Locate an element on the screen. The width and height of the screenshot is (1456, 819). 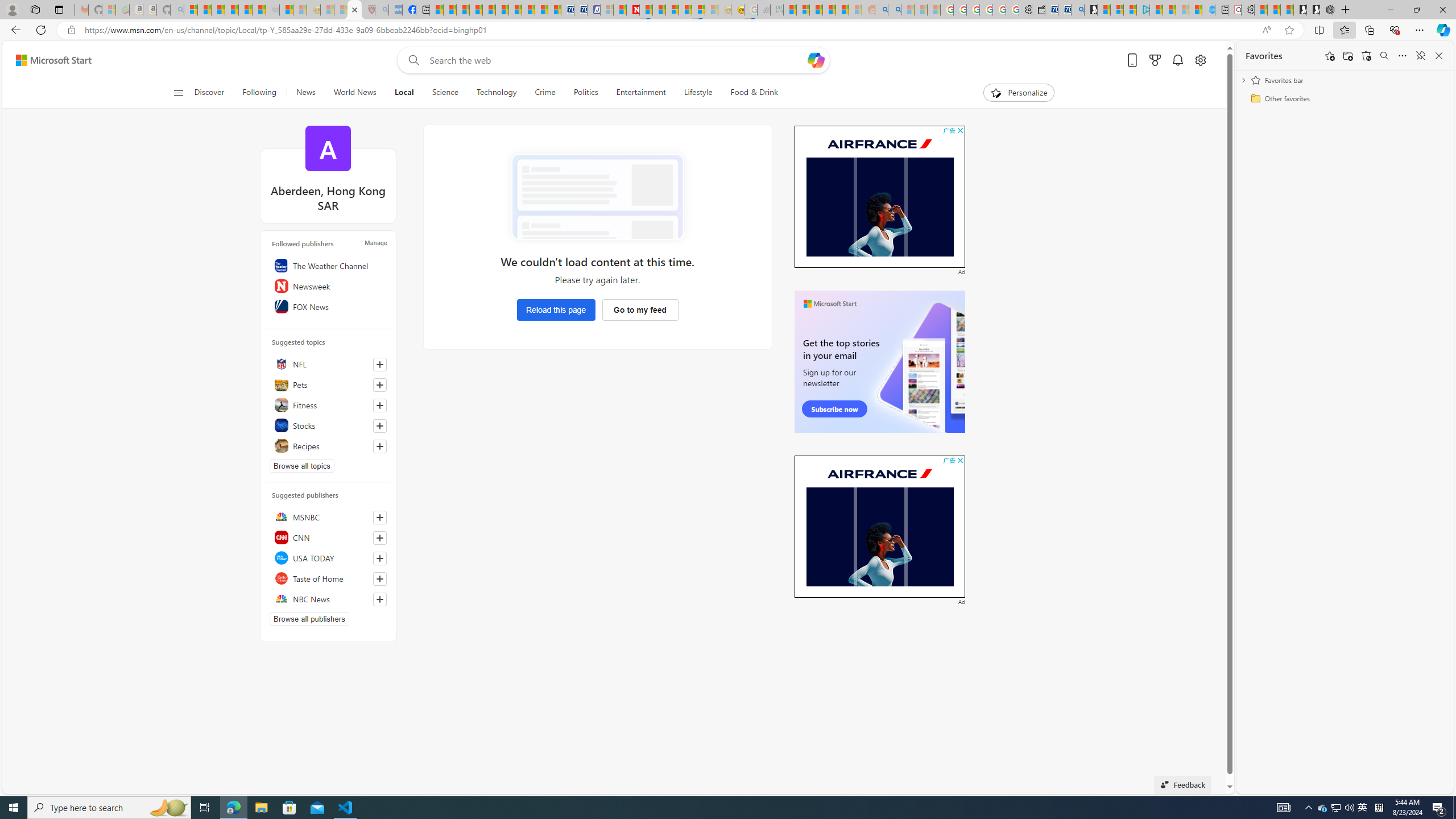
'NFL' is located at coordinates (327, 363).